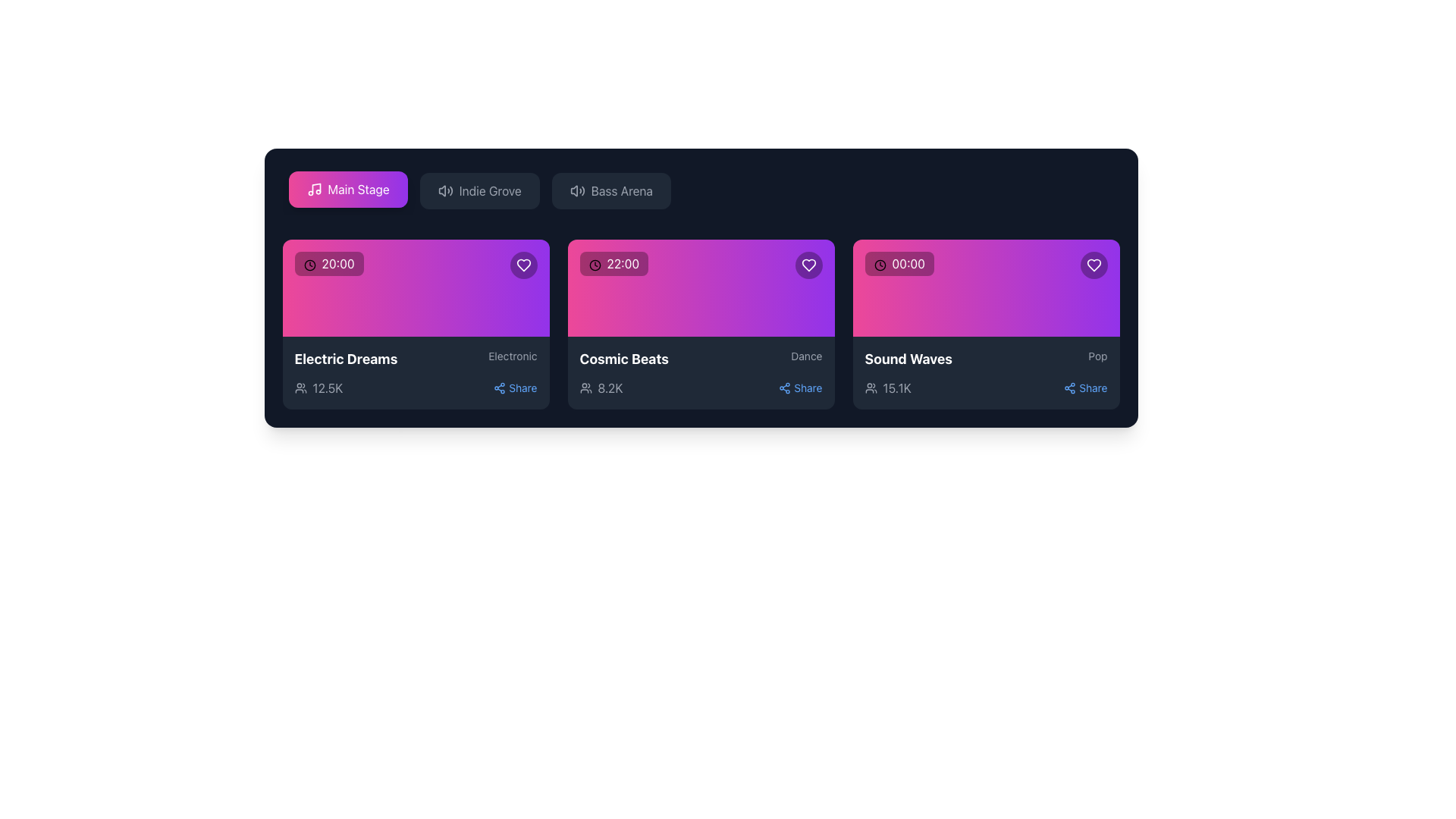 The image size is (1456, 819). What do you see at coordinates (522, 388) in the screenshot?
I see `the 'Share' text label, which is styled in blue and associated with a sharing icon on its left, located at the bottom right corner of the first card in a horizontal list` at bounding box center [522, 388].